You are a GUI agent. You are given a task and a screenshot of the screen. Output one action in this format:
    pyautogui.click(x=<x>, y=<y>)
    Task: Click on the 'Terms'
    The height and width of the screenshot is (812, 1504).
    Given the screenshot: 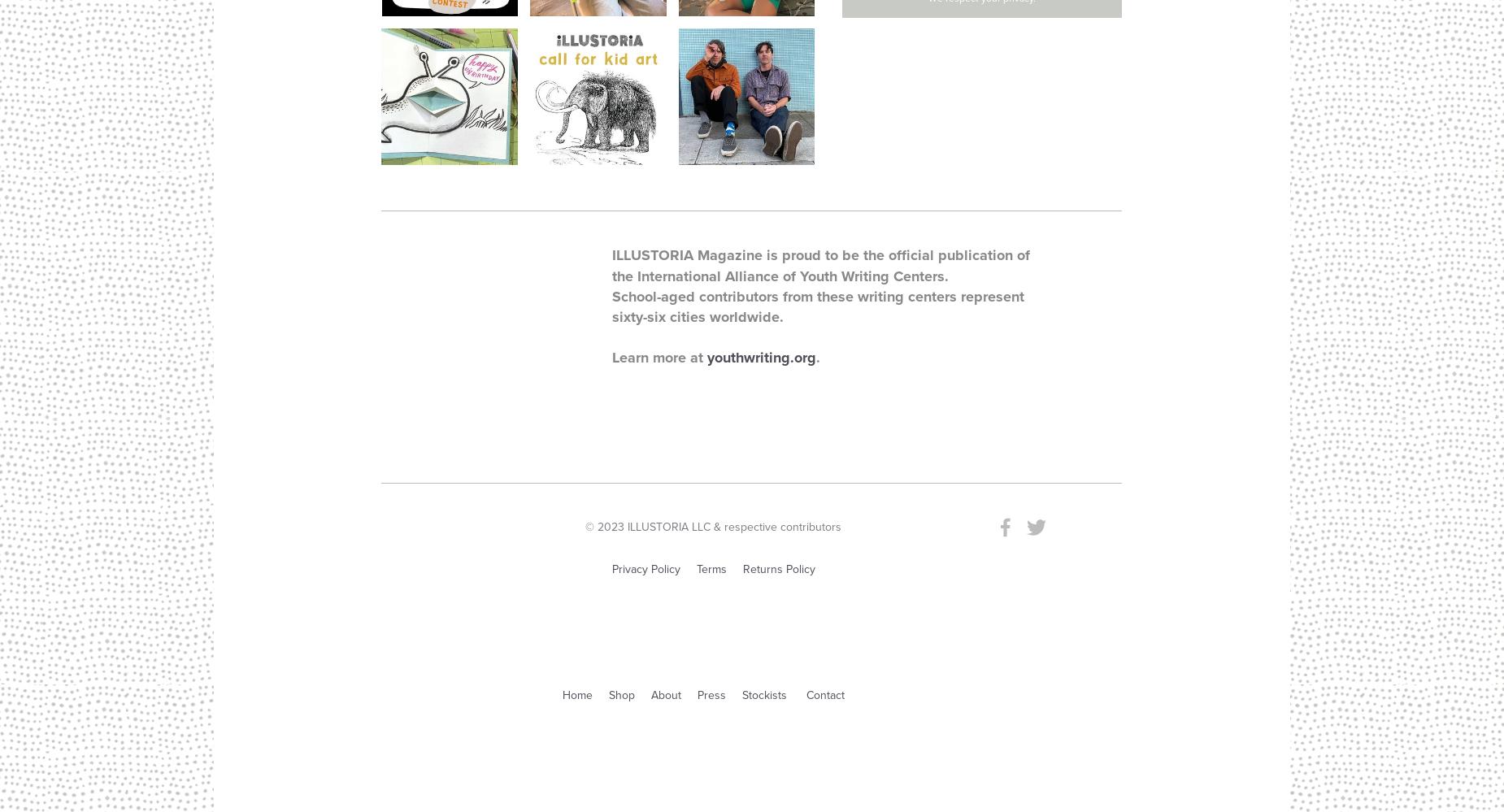 What is the action you would take?
    pyautogui.click(x=695, y=568)
    